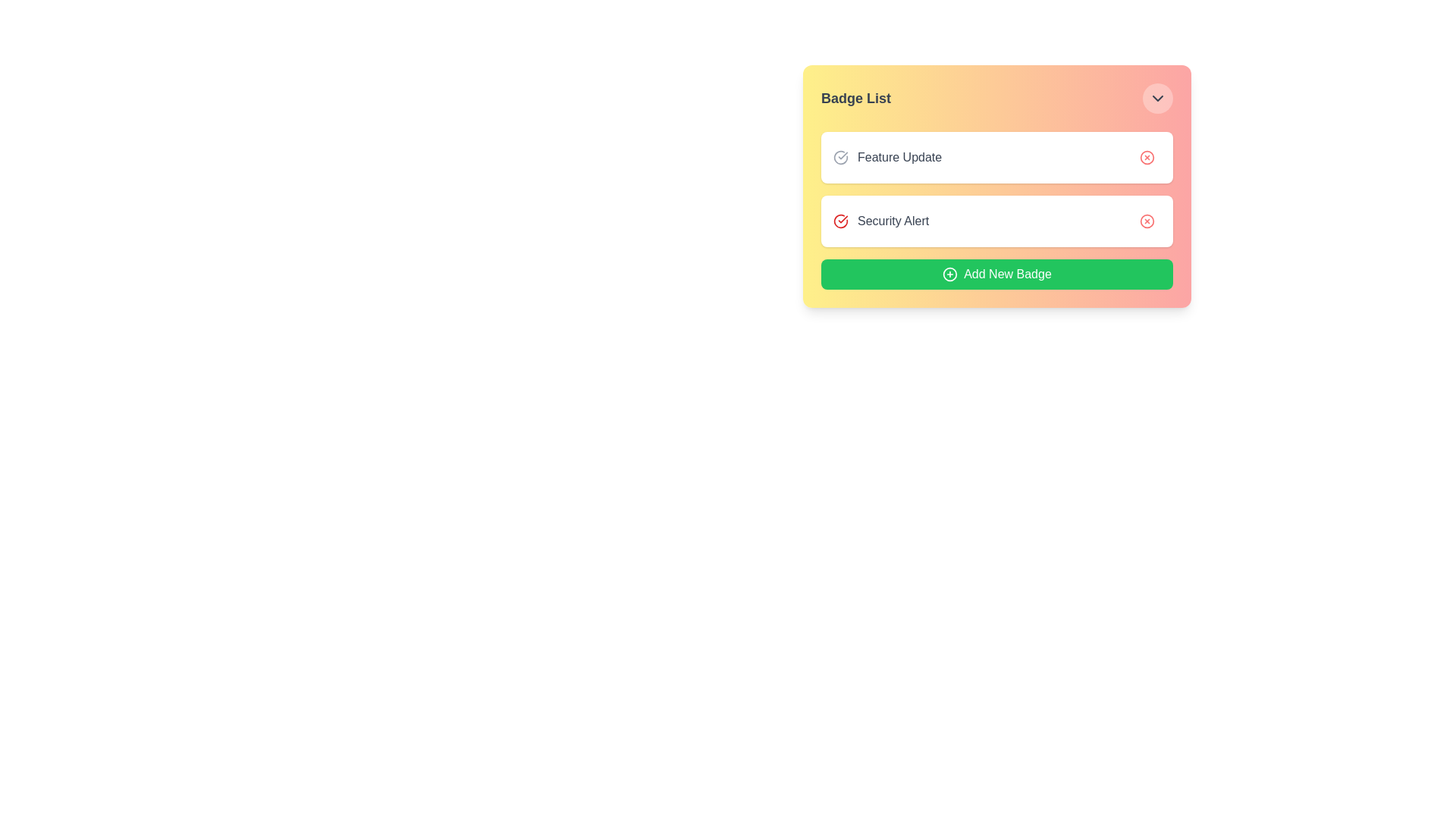  Describe the element at coordinates (1147, 221) in the screenshot. I see `the button within the 'Security Alert' card` at that location.